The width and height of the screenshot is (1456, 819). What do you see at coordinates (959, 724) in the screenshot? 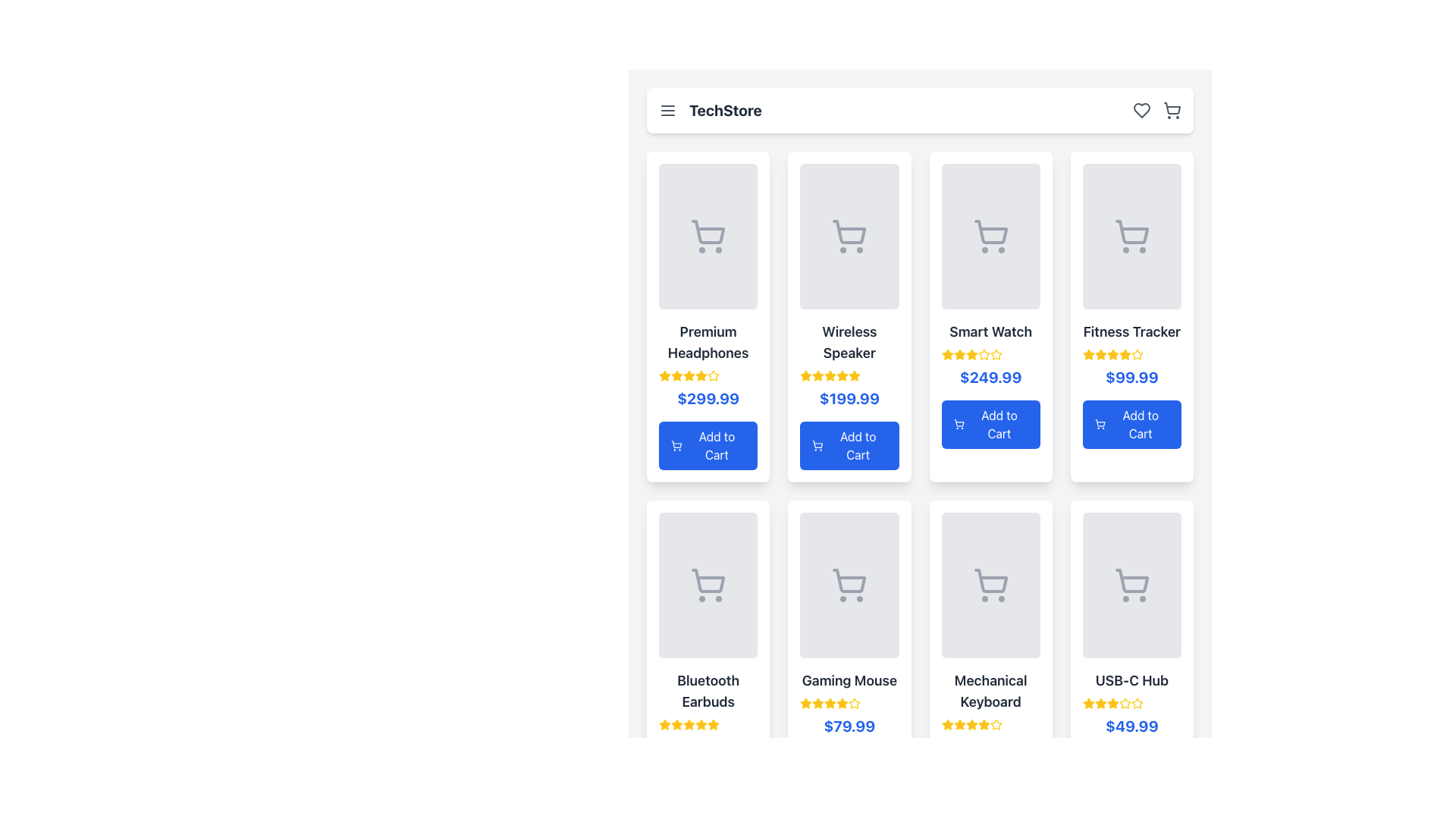
I see `the third star icon in the rating display for the 'Mechanical Keyboard' product in the 'TechStore' interface` at bounding box center [959, 724].